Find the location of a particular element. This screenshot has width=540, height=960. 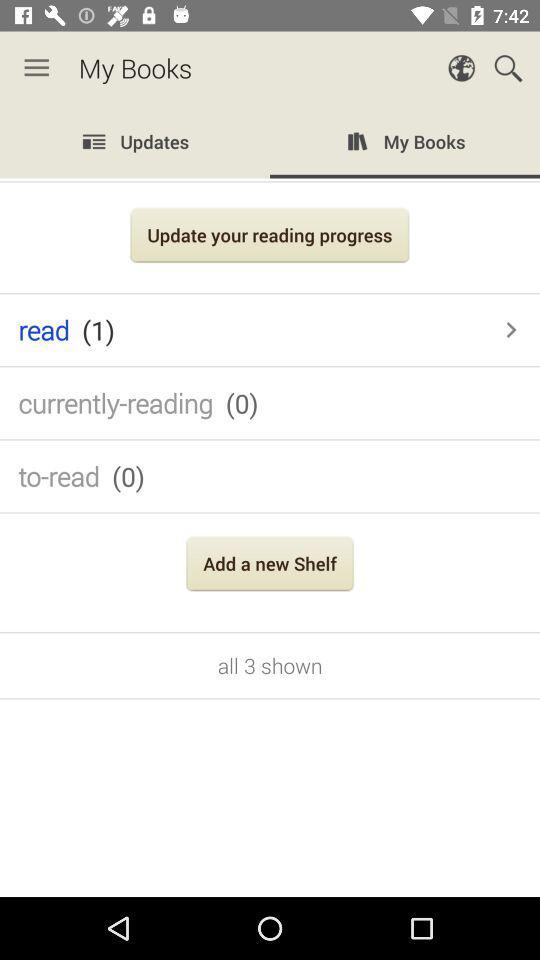

the add a new icon is located at coordinates (270, 566).